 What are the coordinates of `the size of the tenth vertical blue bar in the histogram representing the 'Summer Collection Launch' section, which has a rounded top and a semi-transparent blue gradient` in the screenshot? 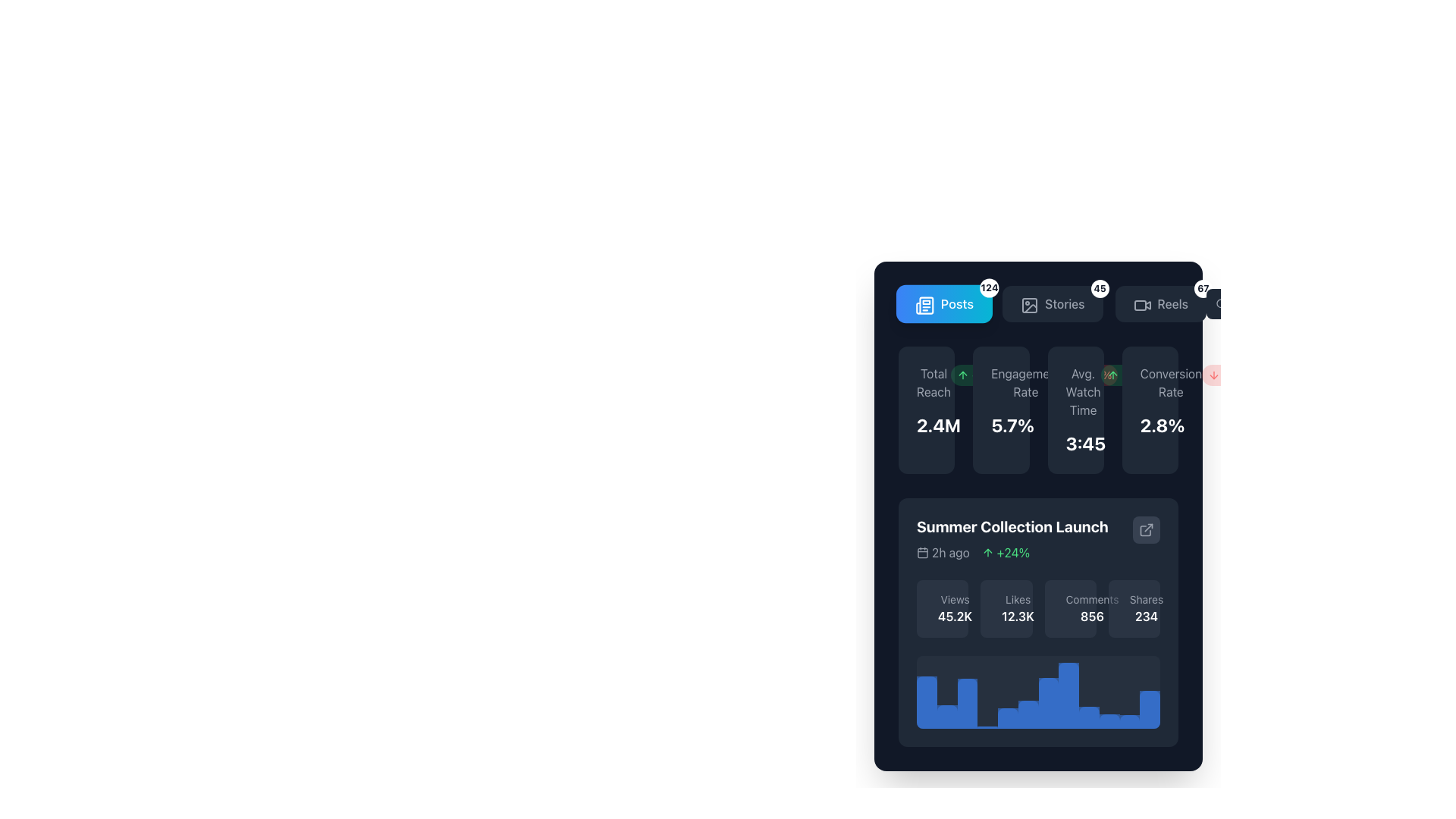 It's located at (1109, 720).